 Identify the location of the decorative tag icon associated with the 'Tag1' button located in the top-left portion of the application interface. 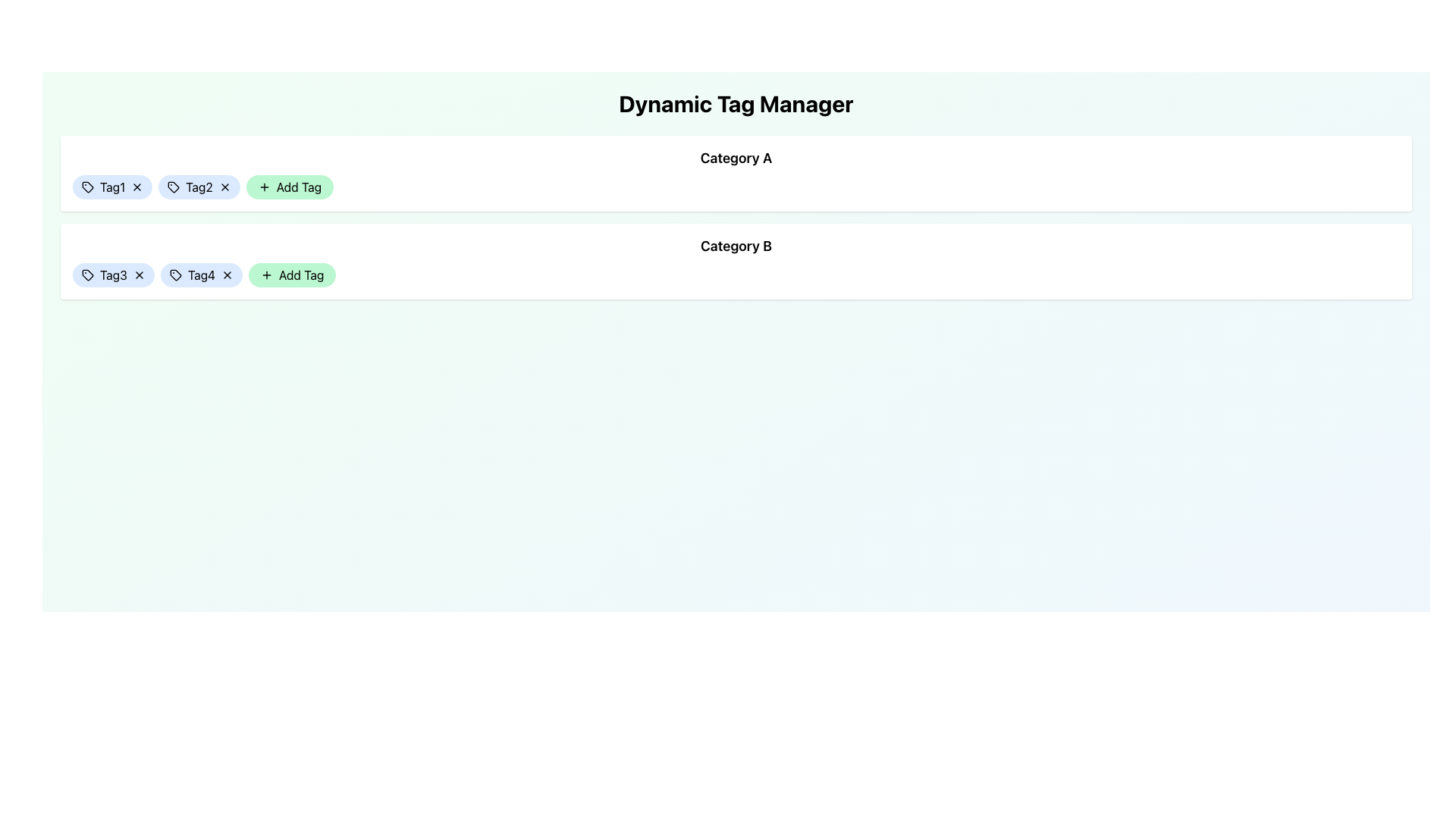
(86, 186).